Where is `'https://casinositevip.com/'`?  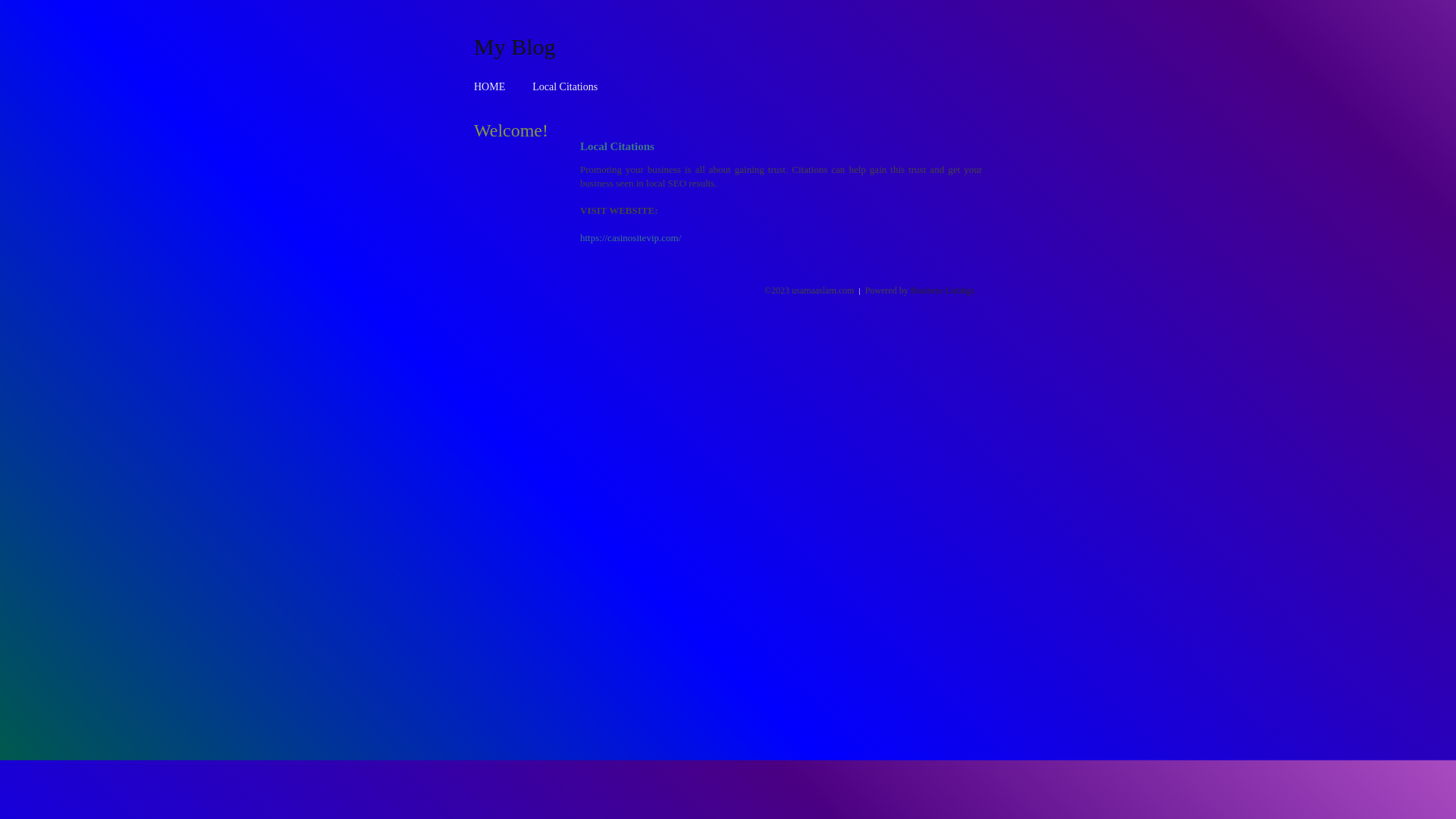 'https://casinositevip.com/' is located at coordinates (579, 237).